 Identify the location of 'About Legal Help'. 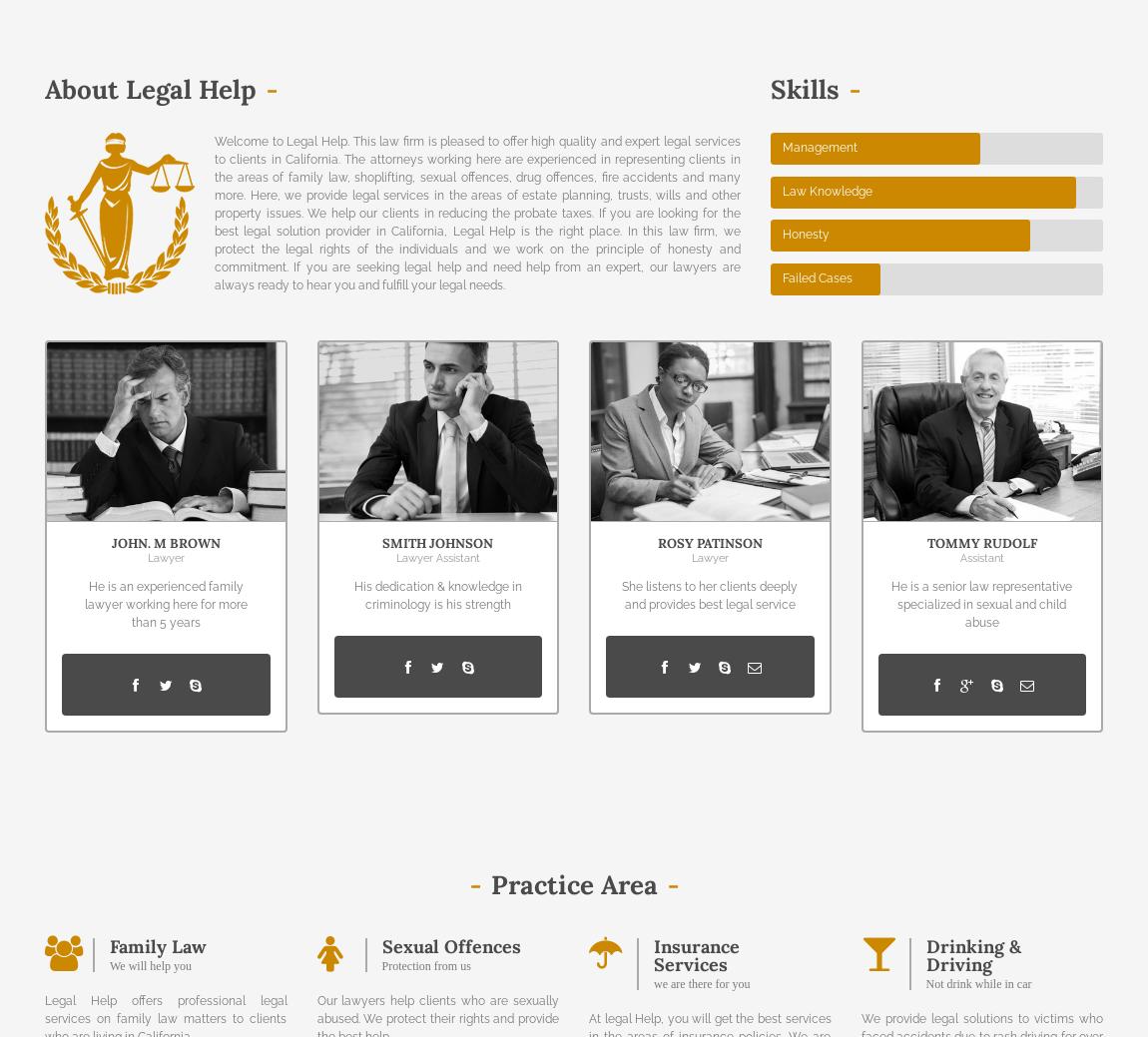
(149, 87).